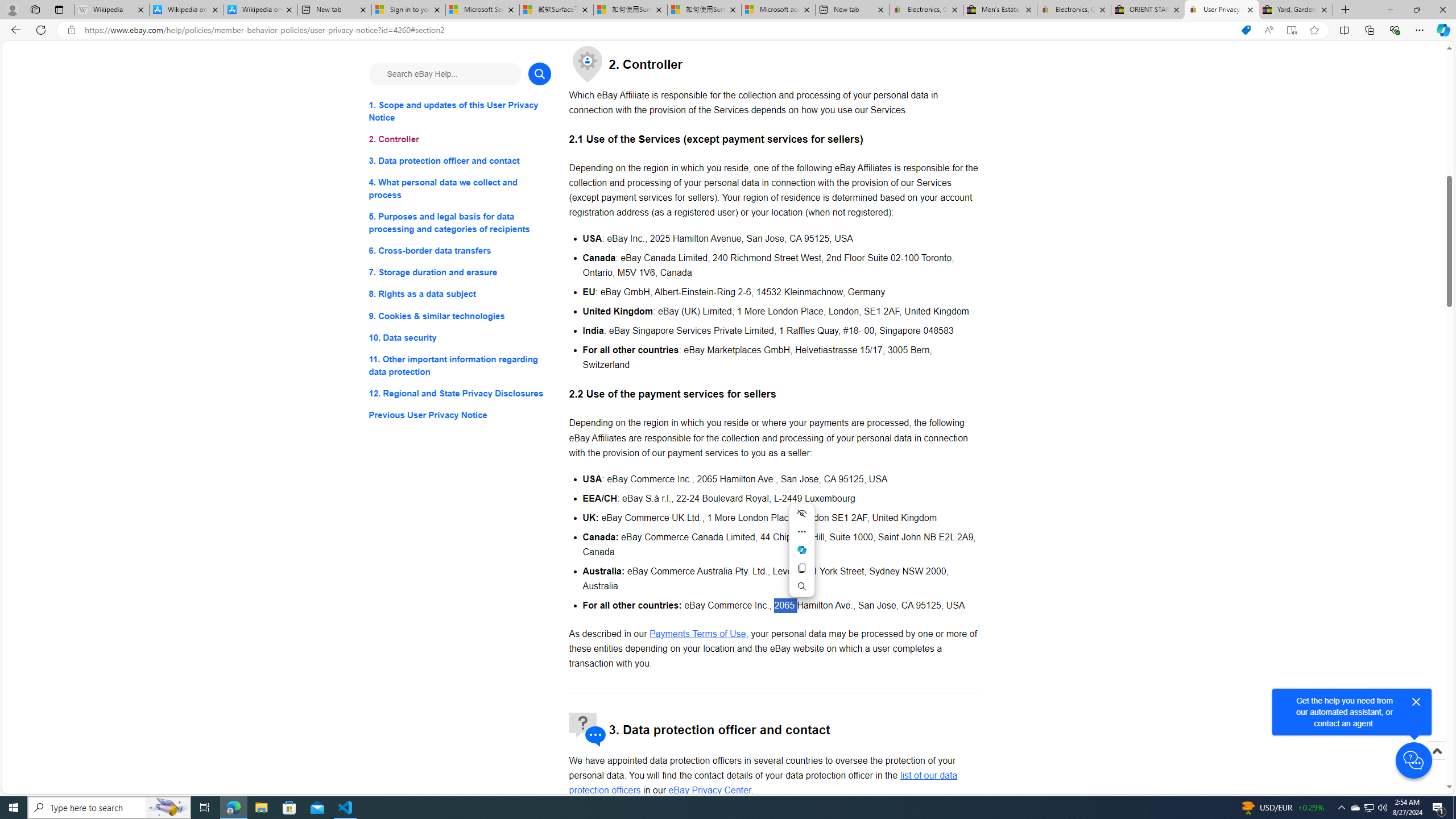  What do you see at coordinates (459, 111) in the screenshot?
I see `'1. Scope and updates of this User Privacy Notice'` at bounding box center [459, 111].